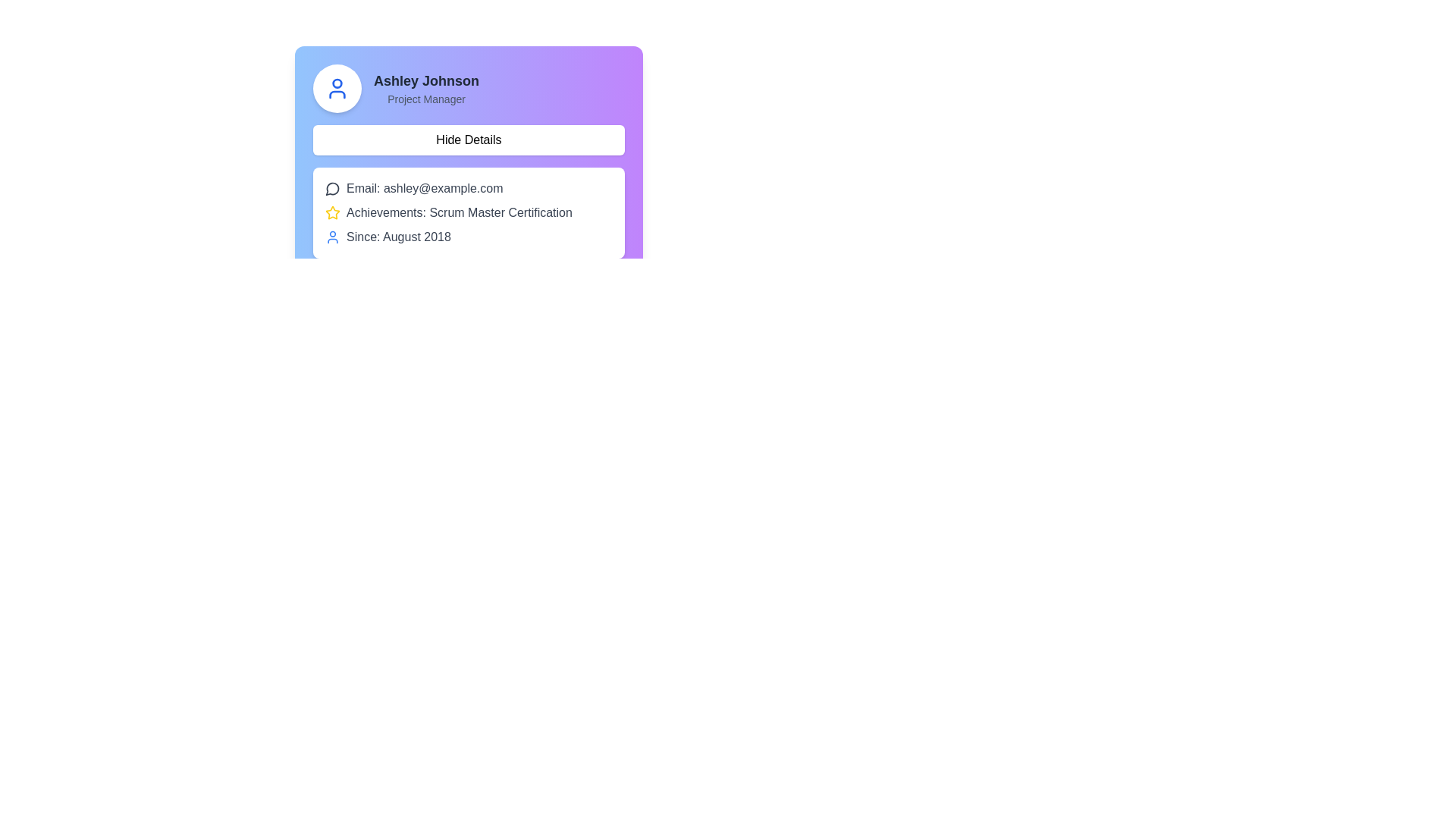 Image resolution: width=1456 pixels, height=819 pixels. I want to click on the small, circular speech bubble icon located next to the text 'Email: ashley@example.com' in the user profile card, so click(331, 188).